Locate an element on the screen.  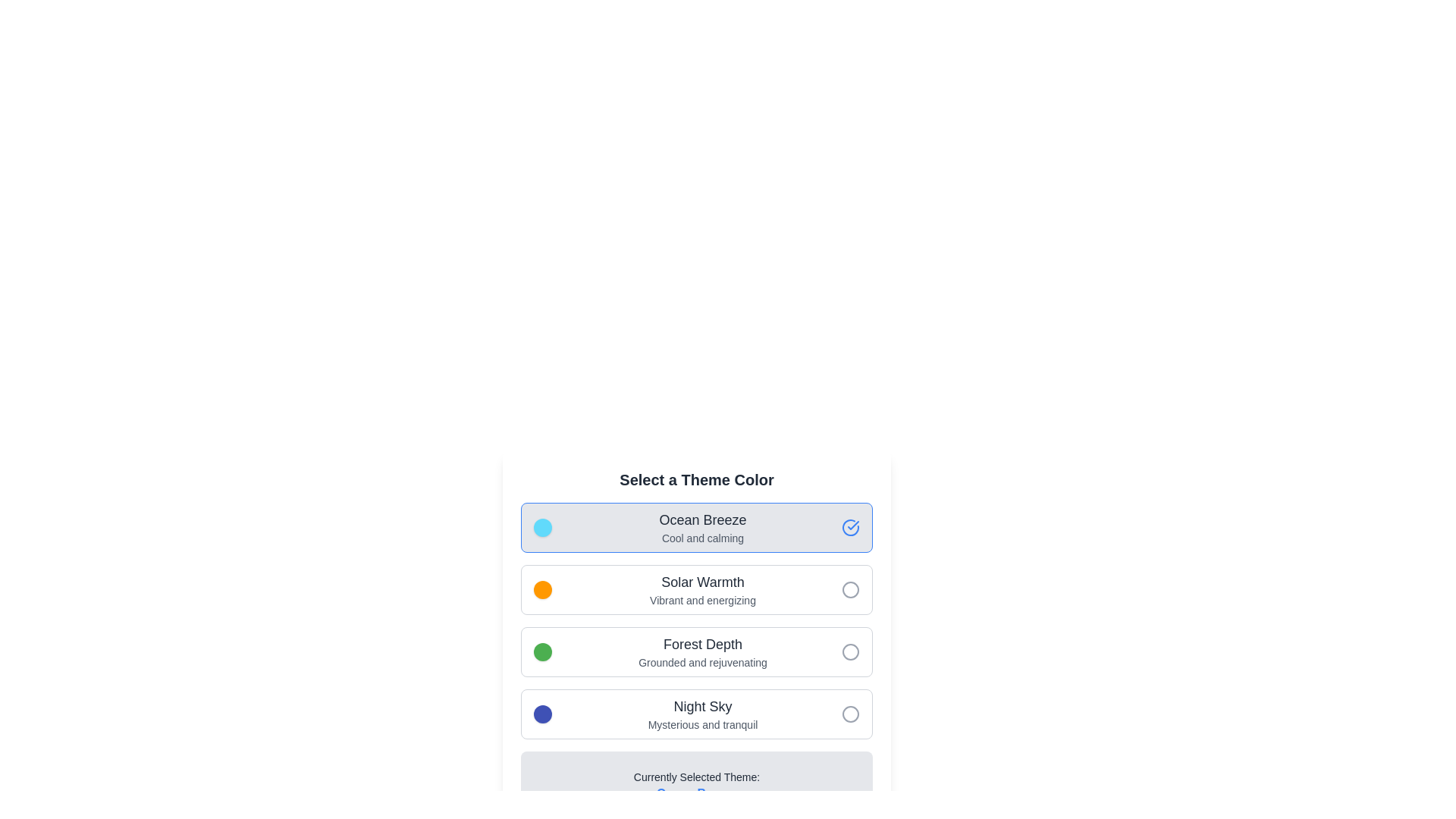
the circular selection indicator for the 'Forest Depth' theme option, which is the third item in the vertical list under 'Select a Theme Color' is located at coordinates (851, 651).